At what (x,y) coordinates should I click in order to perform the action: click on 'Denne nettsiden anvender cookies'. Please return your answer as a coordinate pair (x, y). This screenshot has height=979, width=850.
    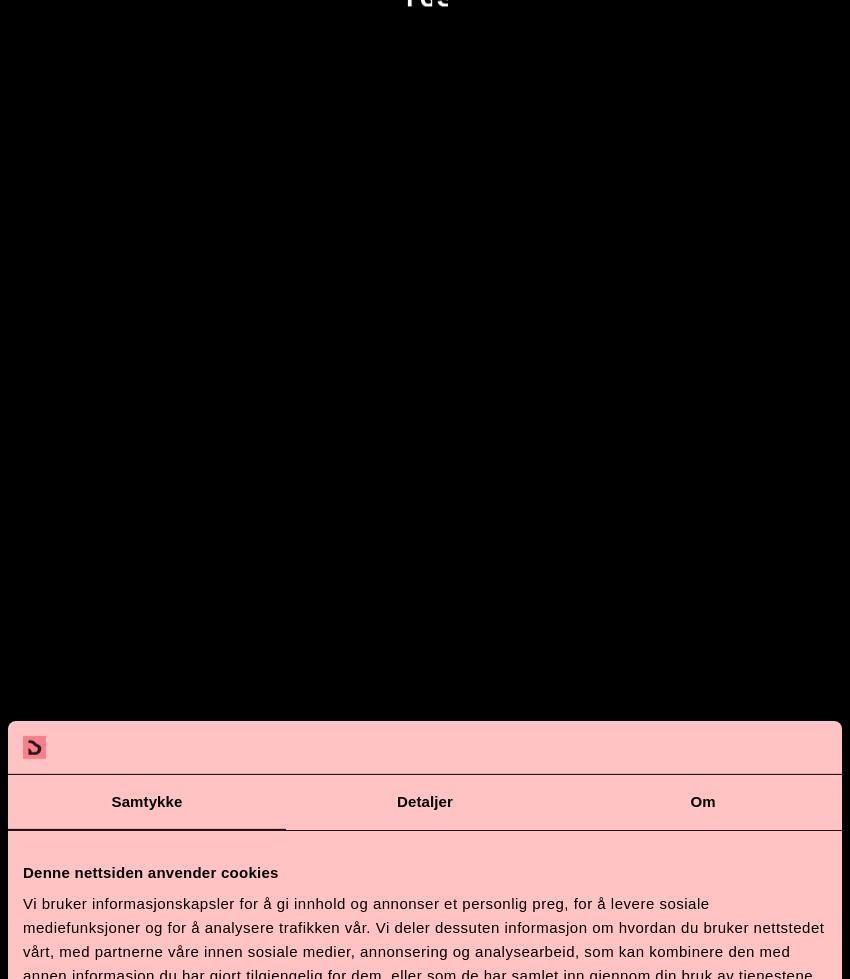
    Looking at the image, I should click on (150, 870).